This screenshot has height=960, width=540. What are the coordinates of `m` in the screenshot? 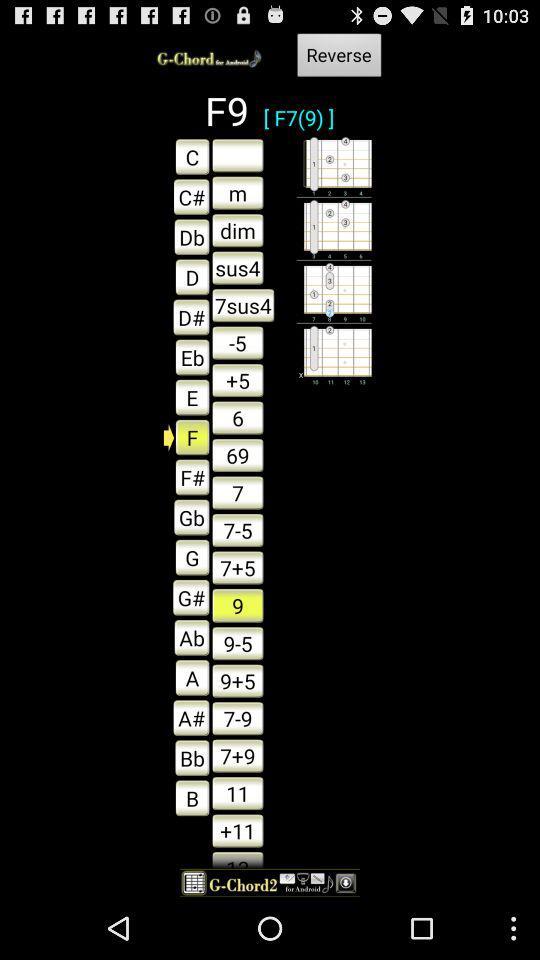 It's located at (237, 192).